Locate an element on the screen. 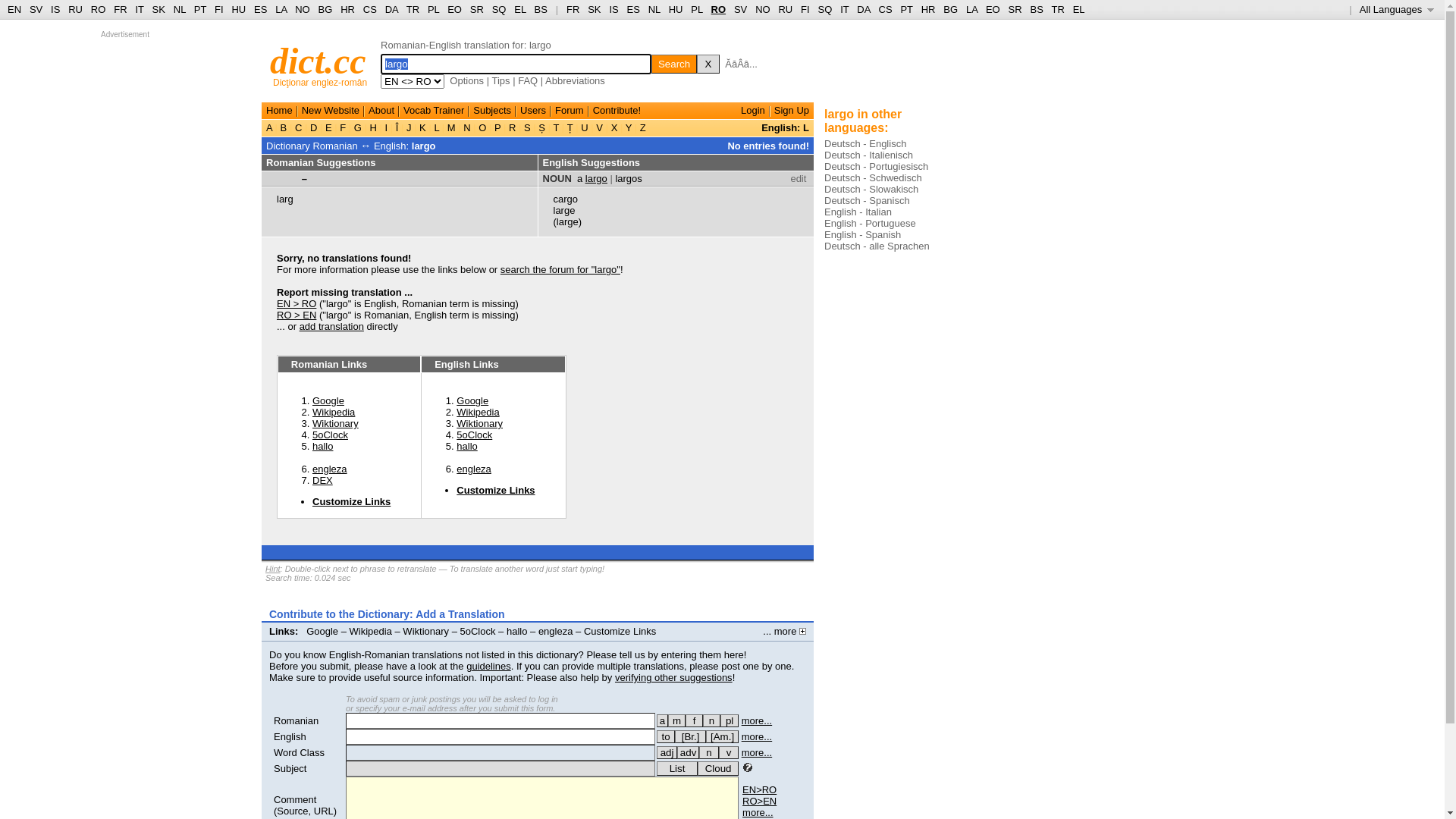  'List' is located at coordinates (676, 768).